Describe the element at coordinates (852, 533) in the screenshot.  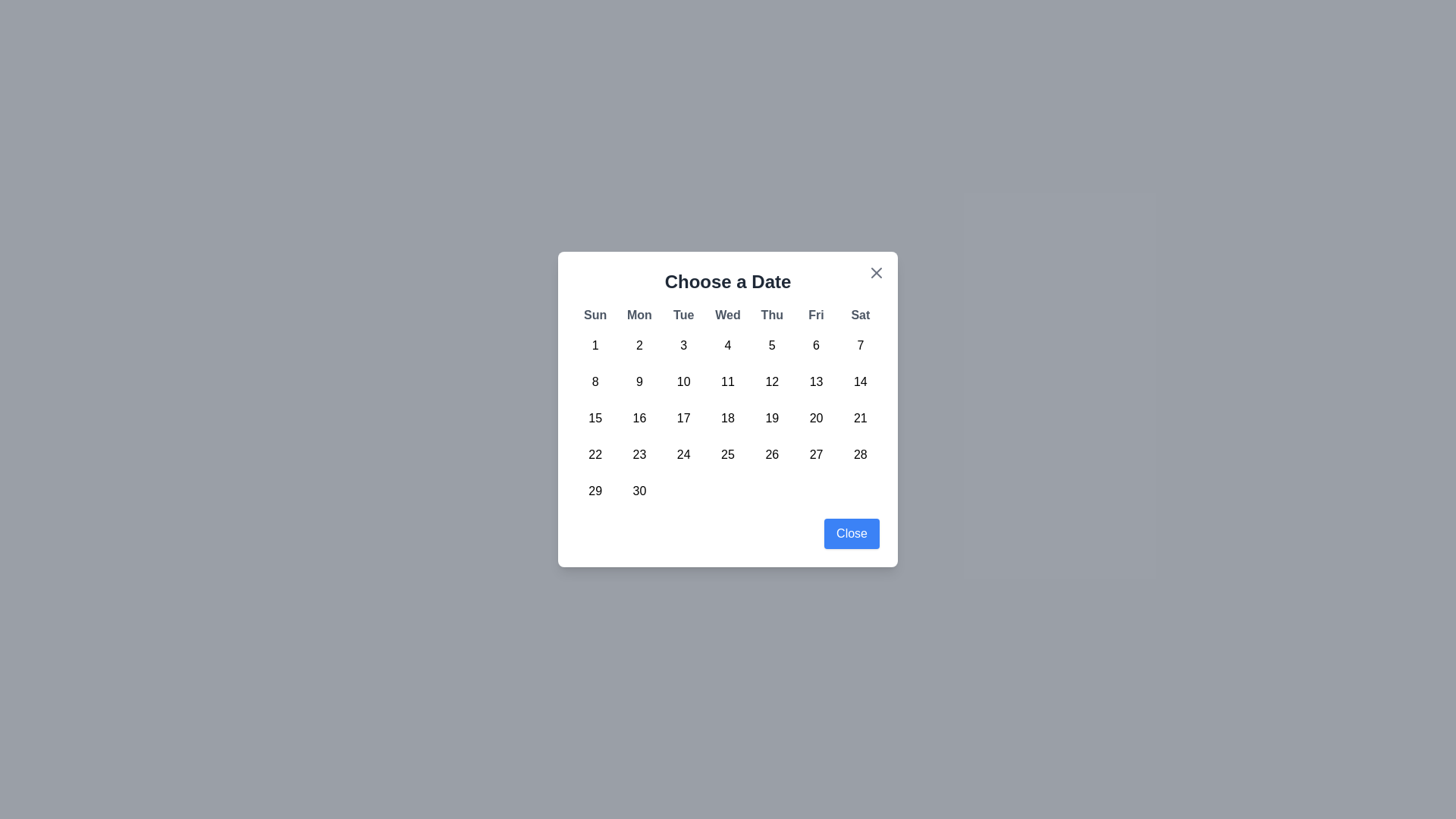
I see `the 'Close' button to close the dialog` at that location.